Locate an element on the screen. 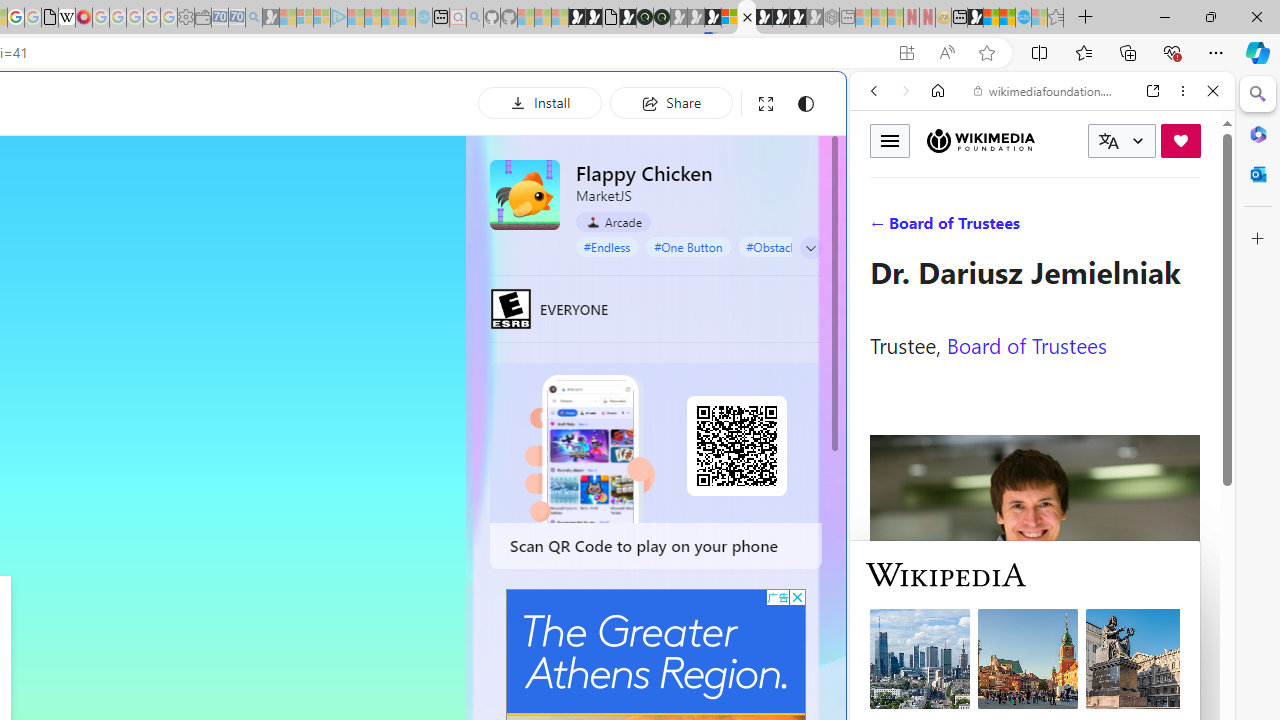 The height and width of the screenshot is (720, 1280). 'Class: control' is located at coordinates (811, 247).